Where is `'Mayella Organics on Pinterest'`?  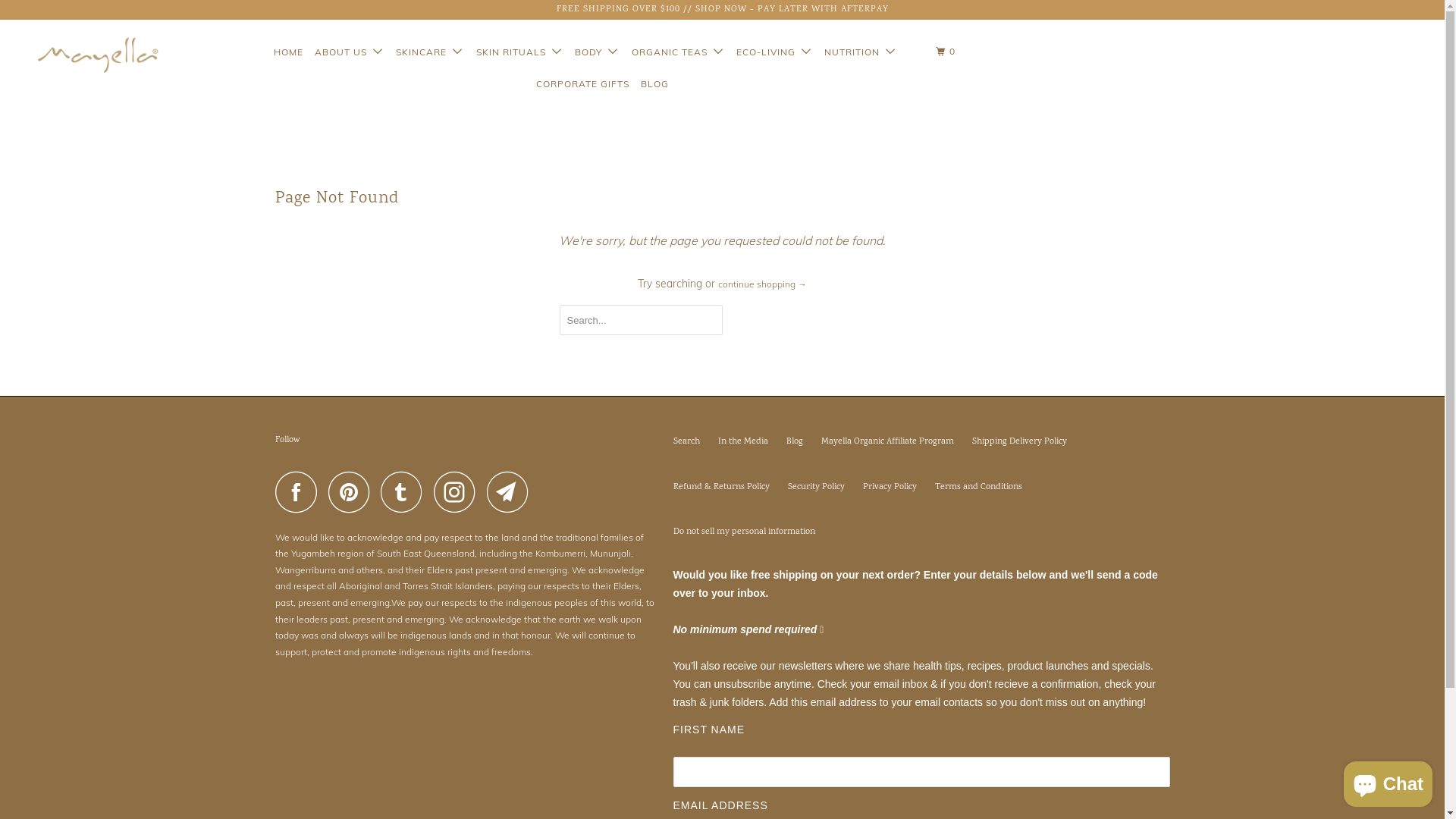 'Mayella Organics on Pinterest' is located at coordinates (351, 491).